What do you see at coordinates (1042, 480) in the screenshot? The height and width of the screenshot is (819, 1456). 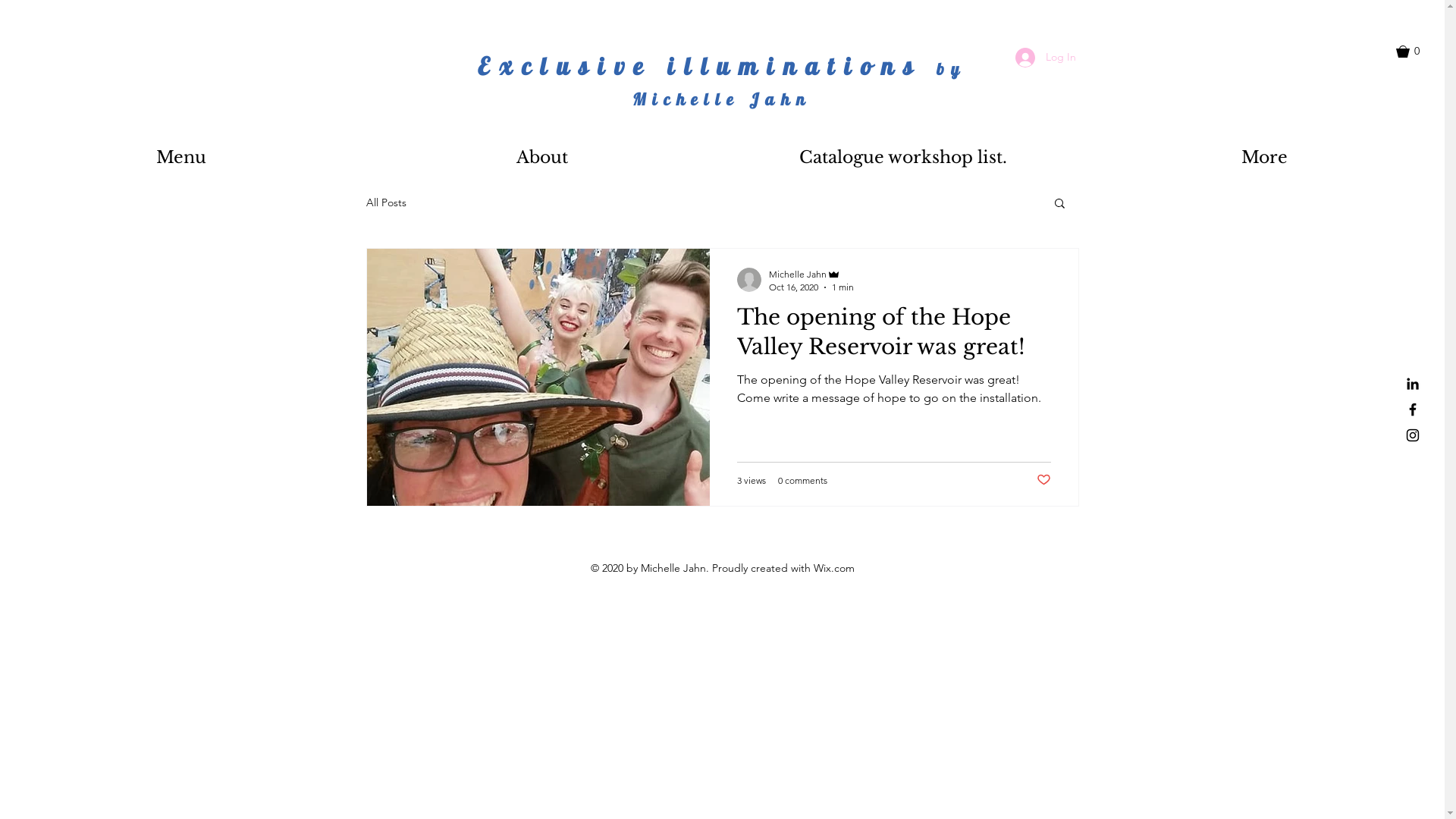 I see `'Post not marked as liked'` at bounding box center [1042, 480].